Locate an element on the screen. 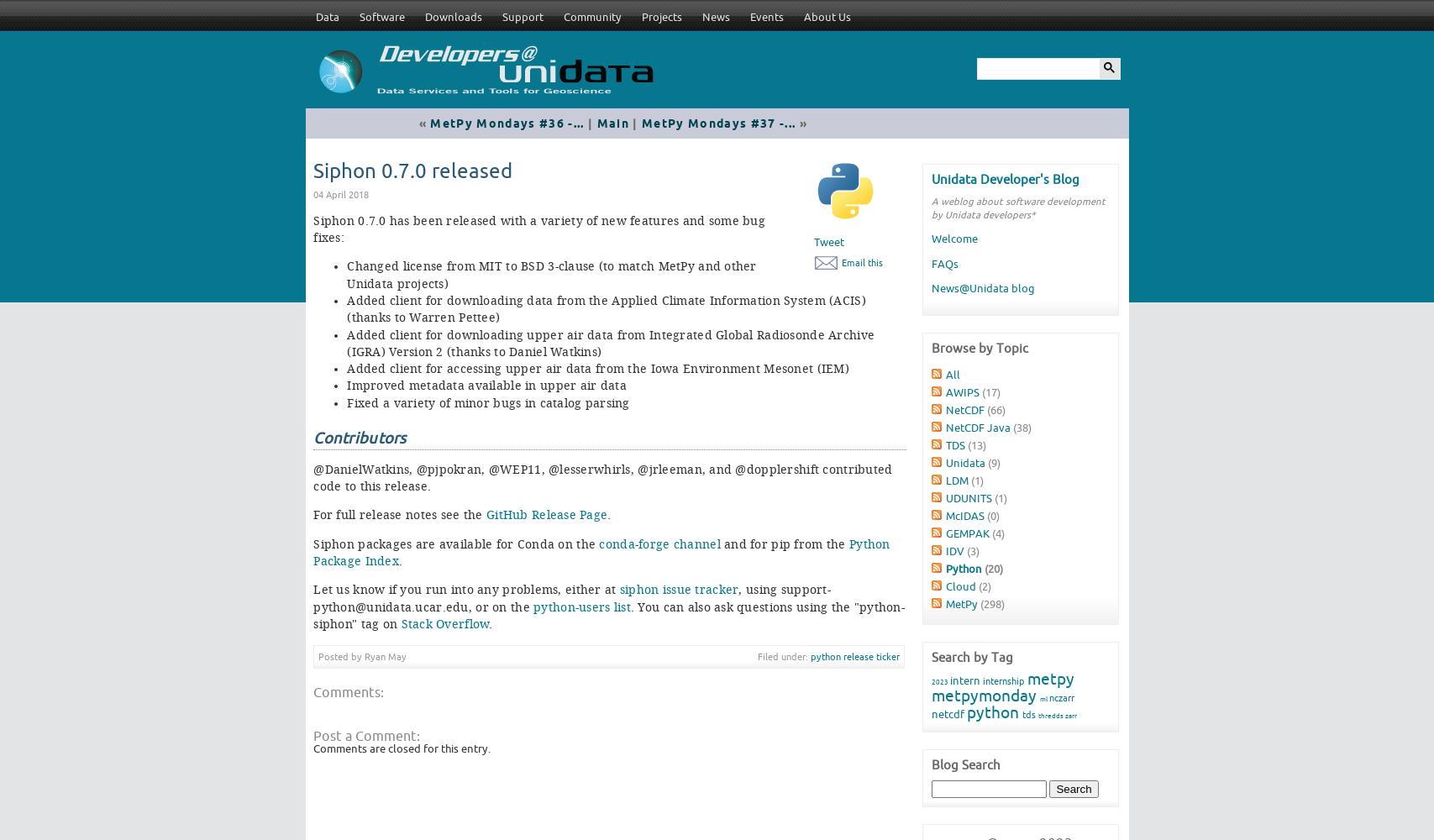  'tds' is located at coordinates (1021, 713).